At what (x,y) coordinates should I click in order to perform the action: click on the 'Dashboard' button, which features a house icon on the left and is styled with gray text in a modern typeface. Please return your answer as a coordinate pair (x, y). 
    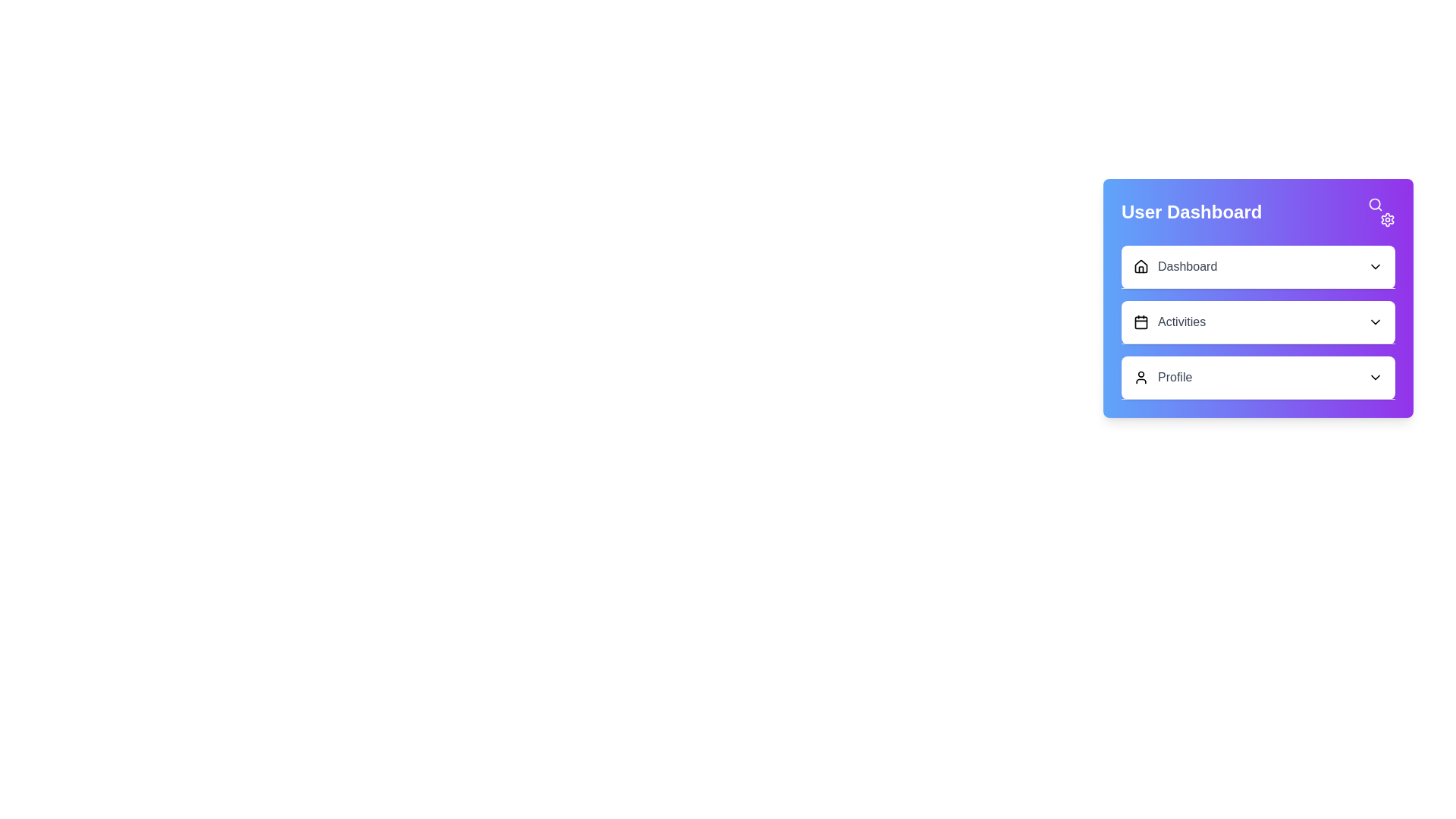
    Looking at the image, I should click on (1175, 265).